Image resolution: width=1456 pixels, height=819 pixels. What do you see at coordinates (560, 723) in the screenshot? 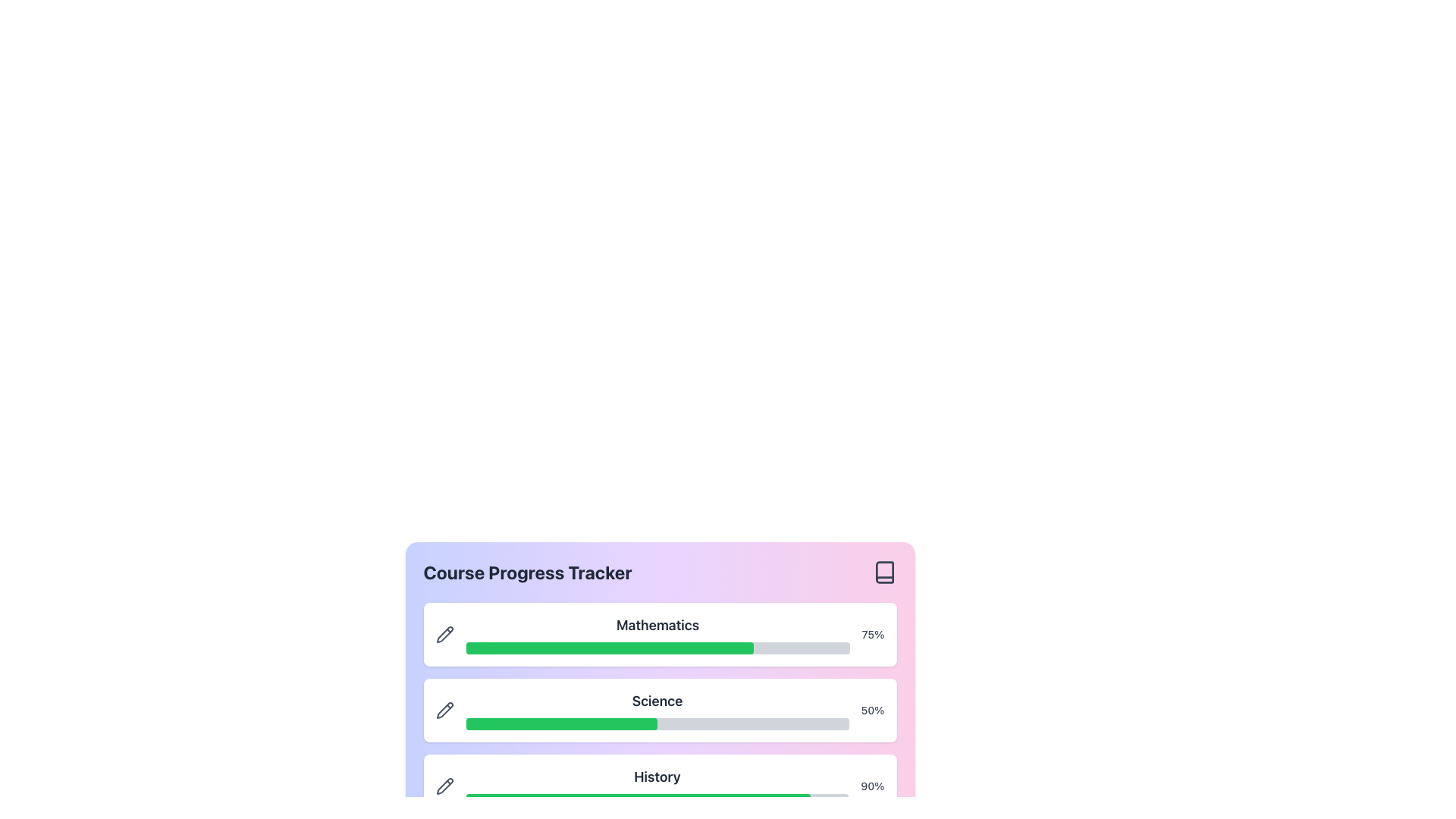
I see `the horizontal green progress indicator located below the 'Science' label in the Course Progress Tracker interface` at bounding box center [560, 723].